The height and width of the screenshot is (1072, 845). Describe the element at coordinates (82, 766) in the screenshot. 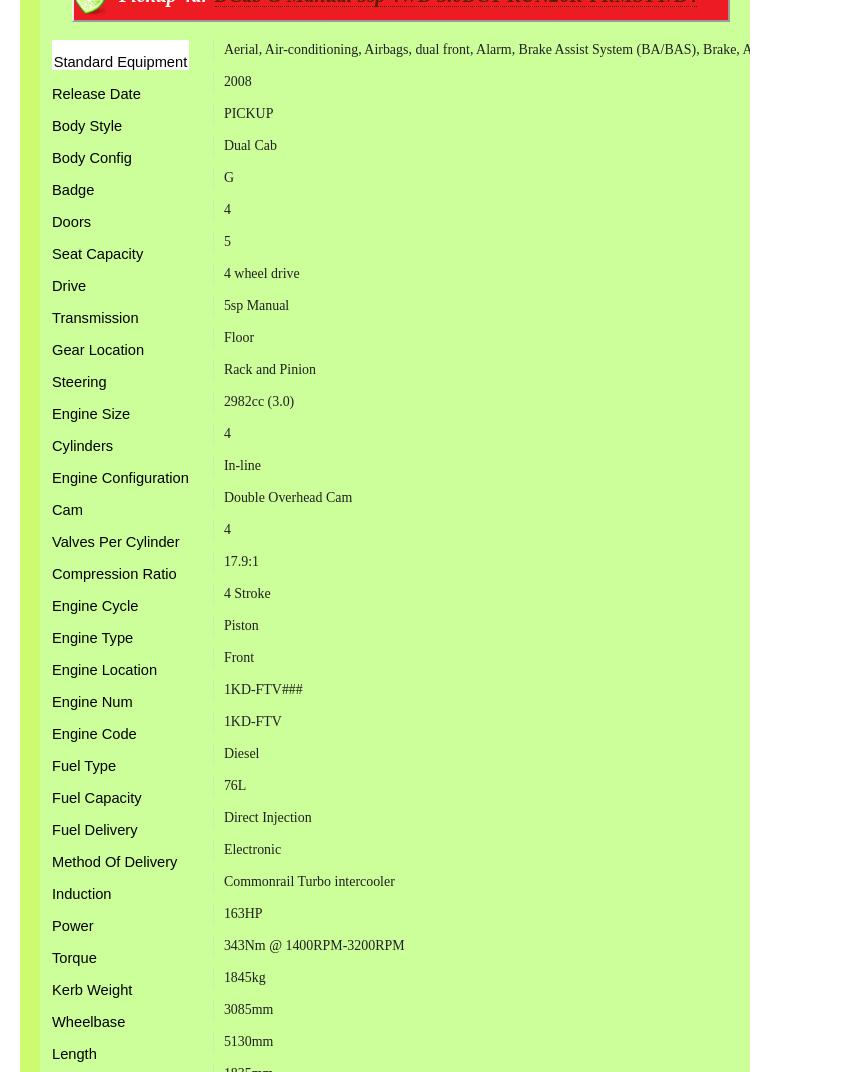

I see `'Fuel Type'` at that location.